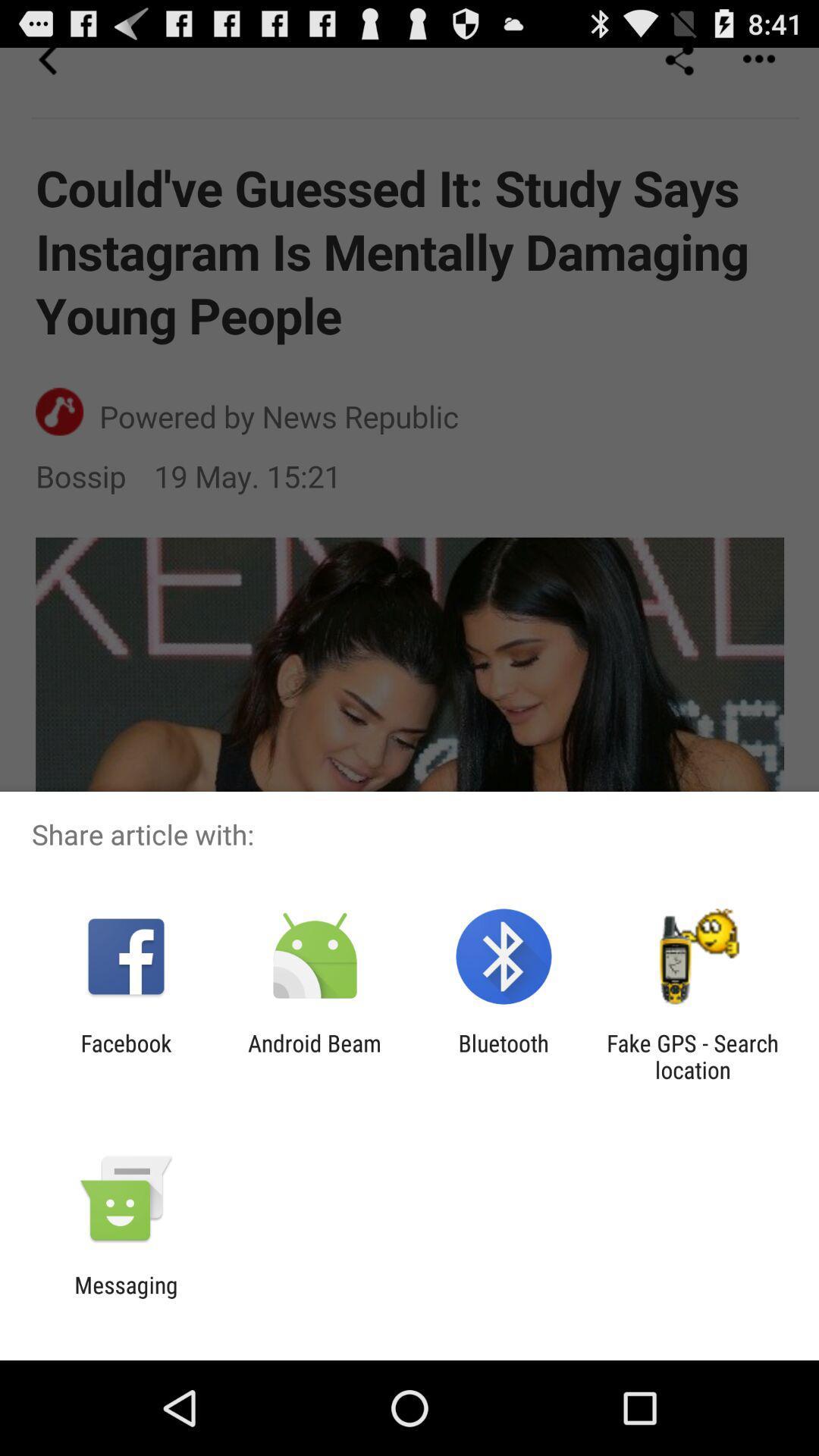 The image size is (819, 1456). I want to click on icon to the left of the android beam item, so click(125, 1056).